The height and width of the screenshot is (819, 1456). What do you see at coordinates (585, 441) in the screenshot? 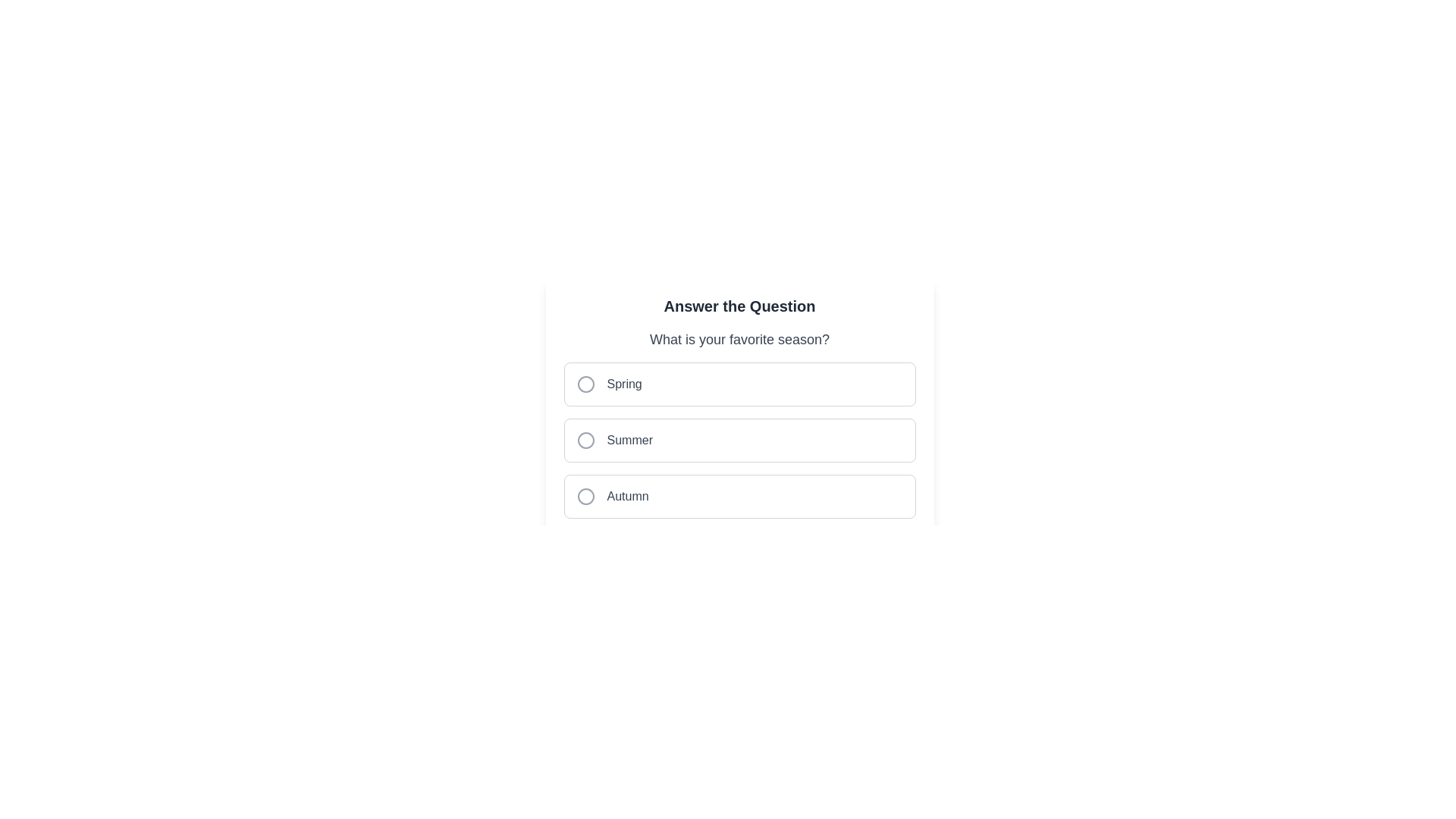
I see `the radio button that represents the 'Summer' option, which is a circular button with a thin gray border located before the text 'Summer'` at bounding box center [585, 441].